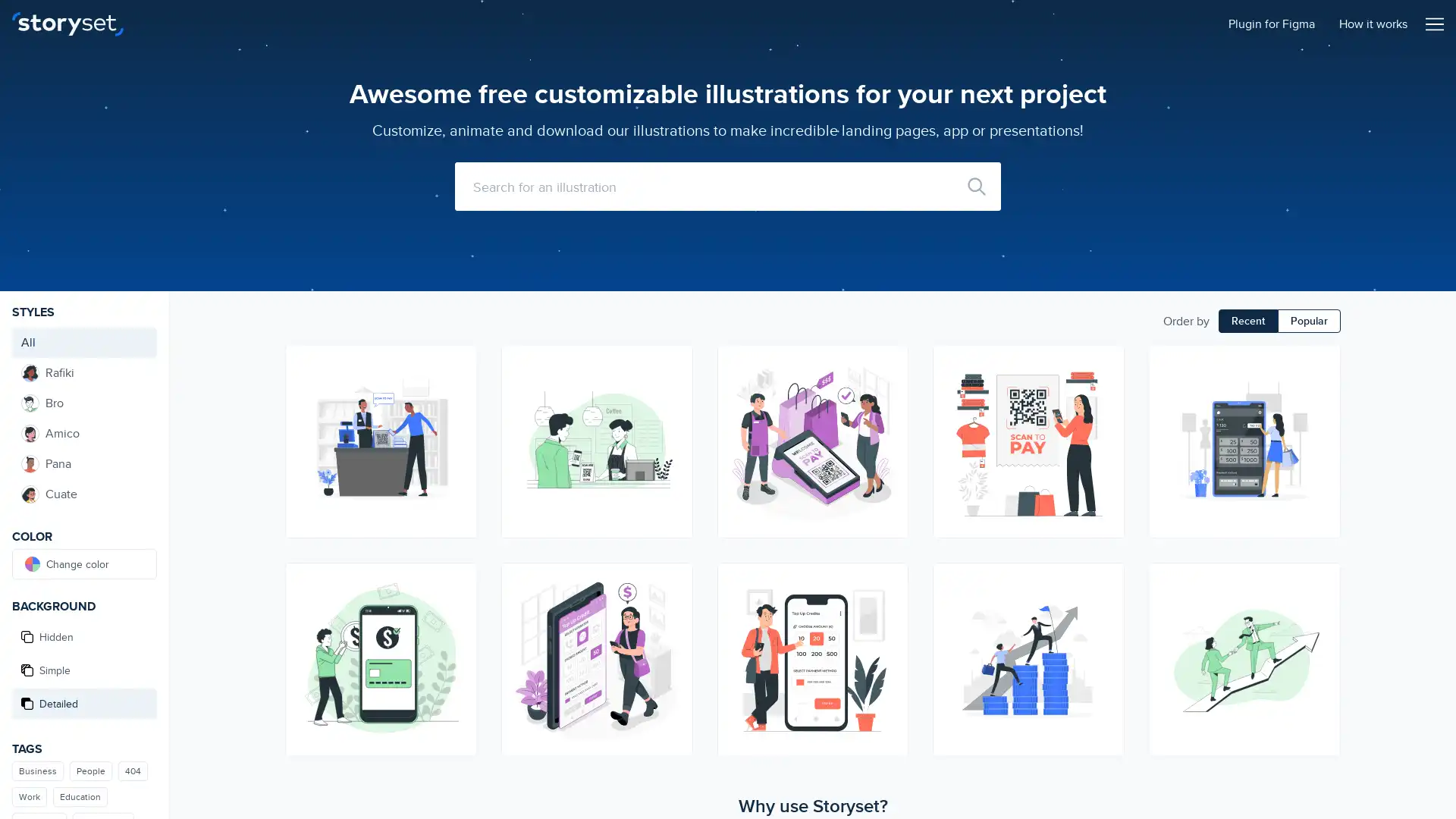  What do you see at coordinates (1106, 635) in the screenshot?
I see `Pinterest icon Save` at bounding box center [1106, 635].